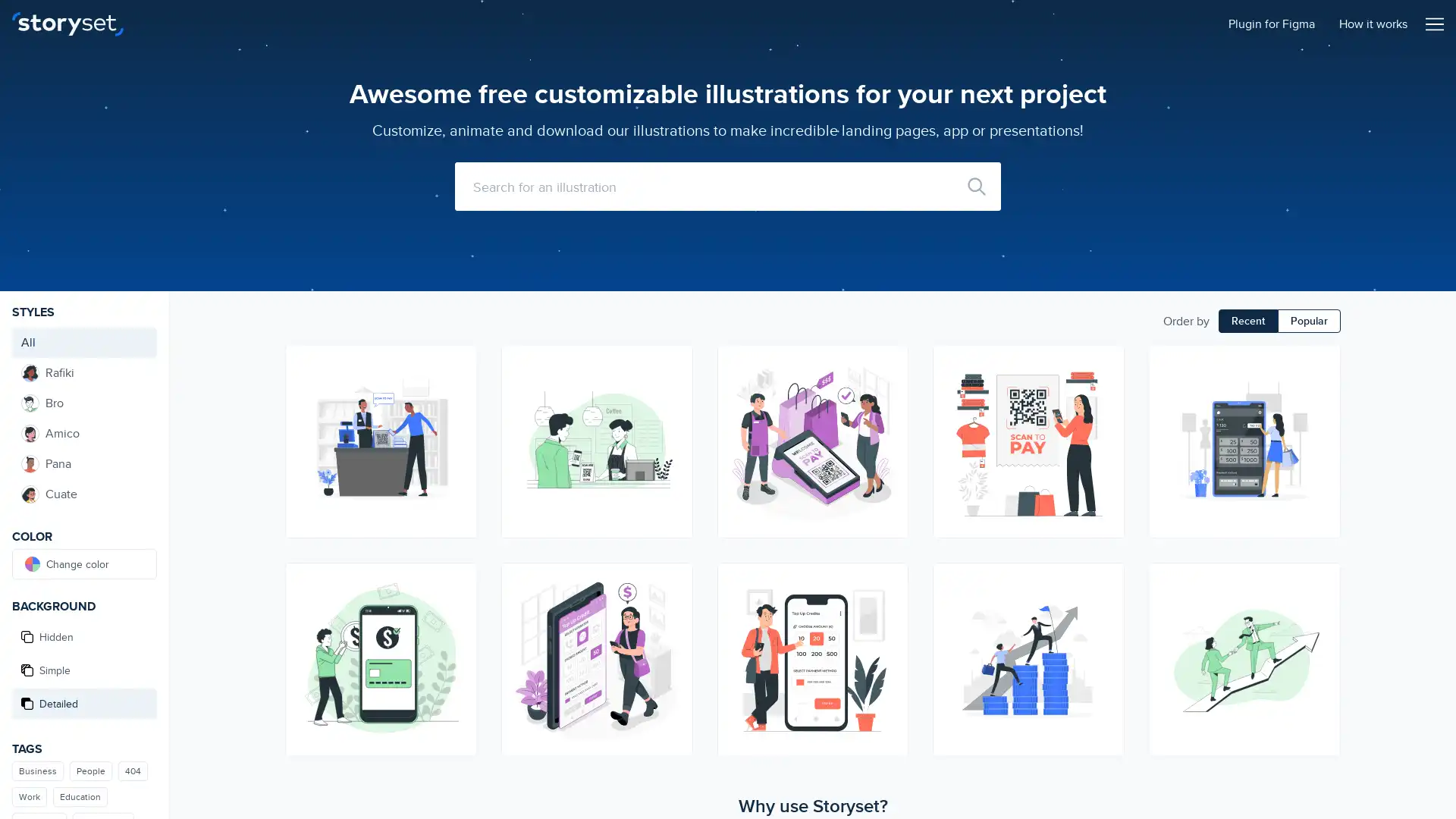  What do you see at coordinates (1106, 635) in the screenshot?
I see `Pinterest icon Save` at bounding box center [1106, 635].